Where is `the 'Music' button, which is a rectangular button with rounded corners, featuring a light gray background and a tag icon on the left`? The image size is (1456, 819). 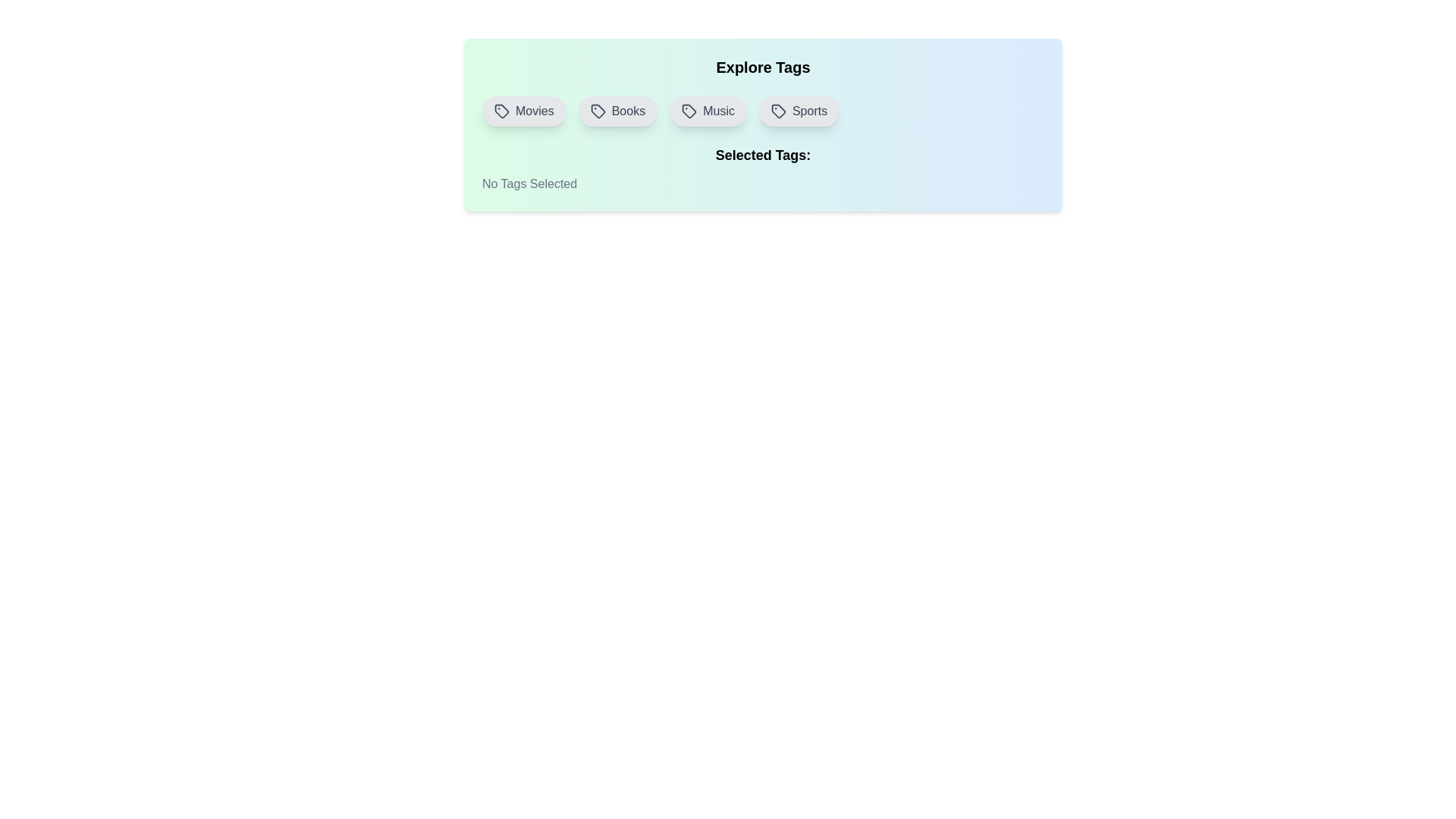
the 'Music' button, which is a rectangular button with rounded corners, featuring a light gray background and a tag icon on the left is located at coordinates (708, 110).